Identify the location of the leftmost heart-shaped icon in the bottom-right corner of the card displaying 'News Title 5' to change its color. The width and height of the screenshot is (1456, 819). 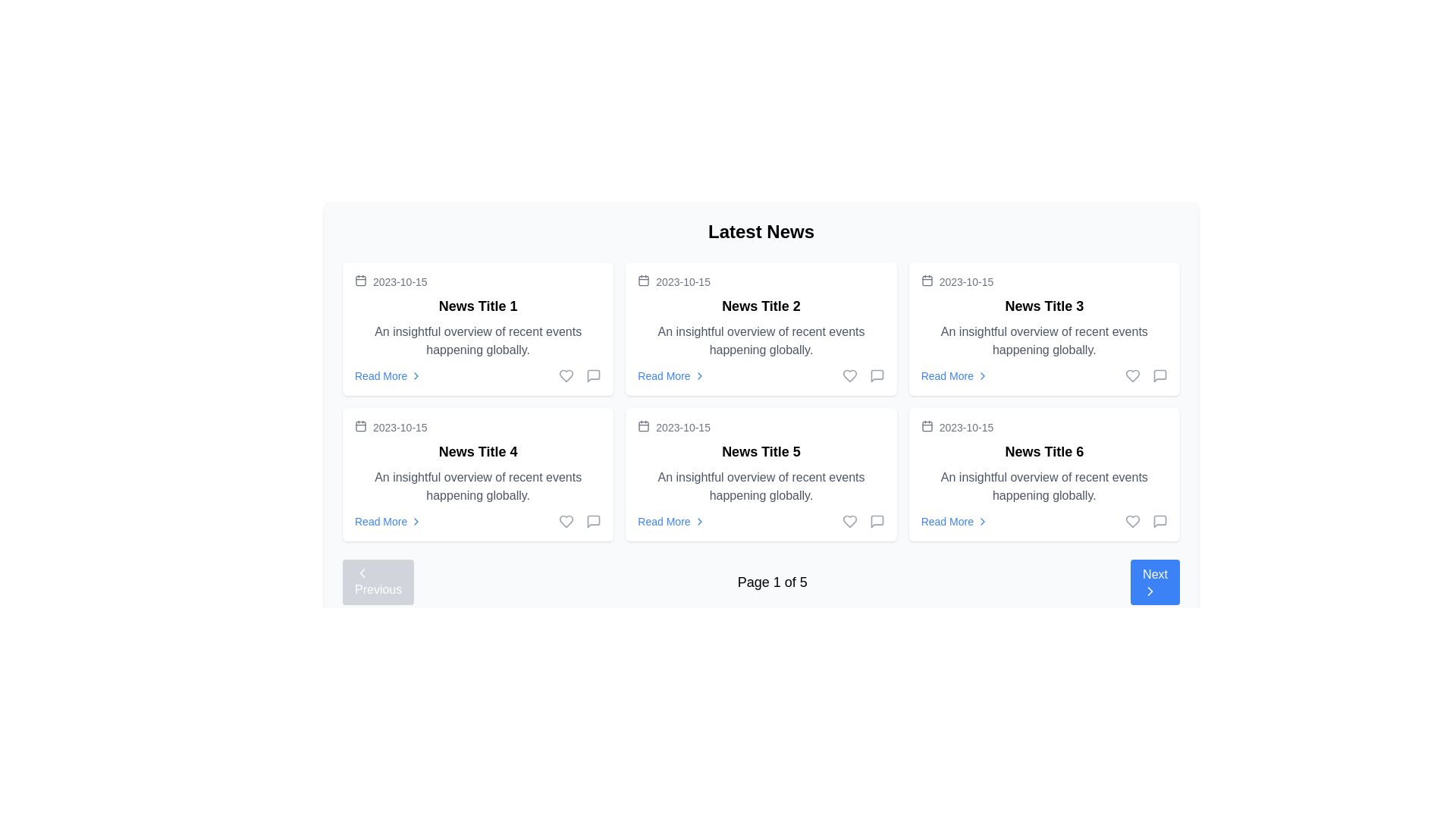
(849, 520).